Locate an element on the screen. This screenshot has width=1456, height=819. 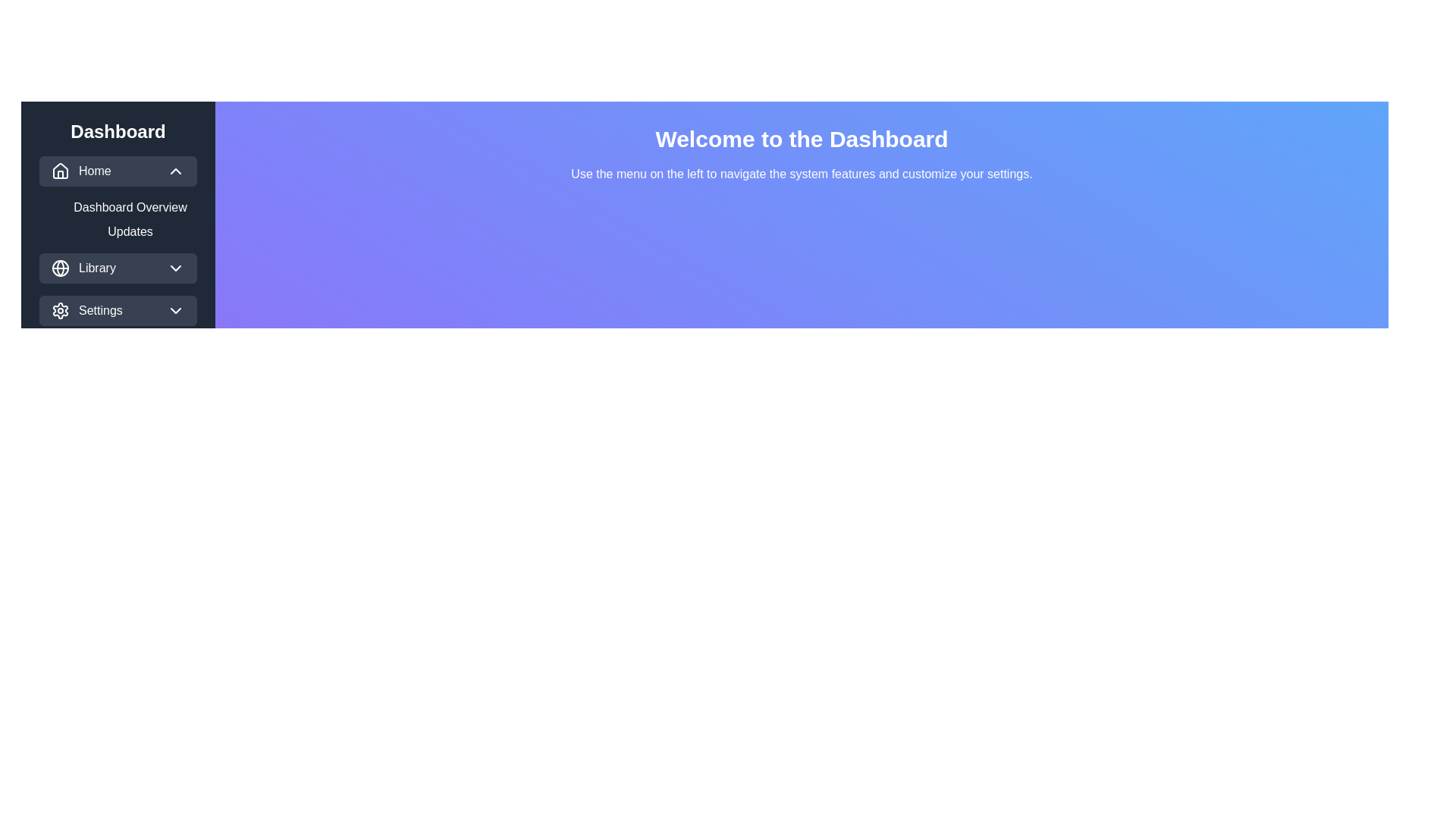
the 'Home' navigation menu item, which features a house icon and the text 'Home' within a dark rectangular background, located just below the 'Dashboard' heading in the sidebar is located at coordinates (80, 171).